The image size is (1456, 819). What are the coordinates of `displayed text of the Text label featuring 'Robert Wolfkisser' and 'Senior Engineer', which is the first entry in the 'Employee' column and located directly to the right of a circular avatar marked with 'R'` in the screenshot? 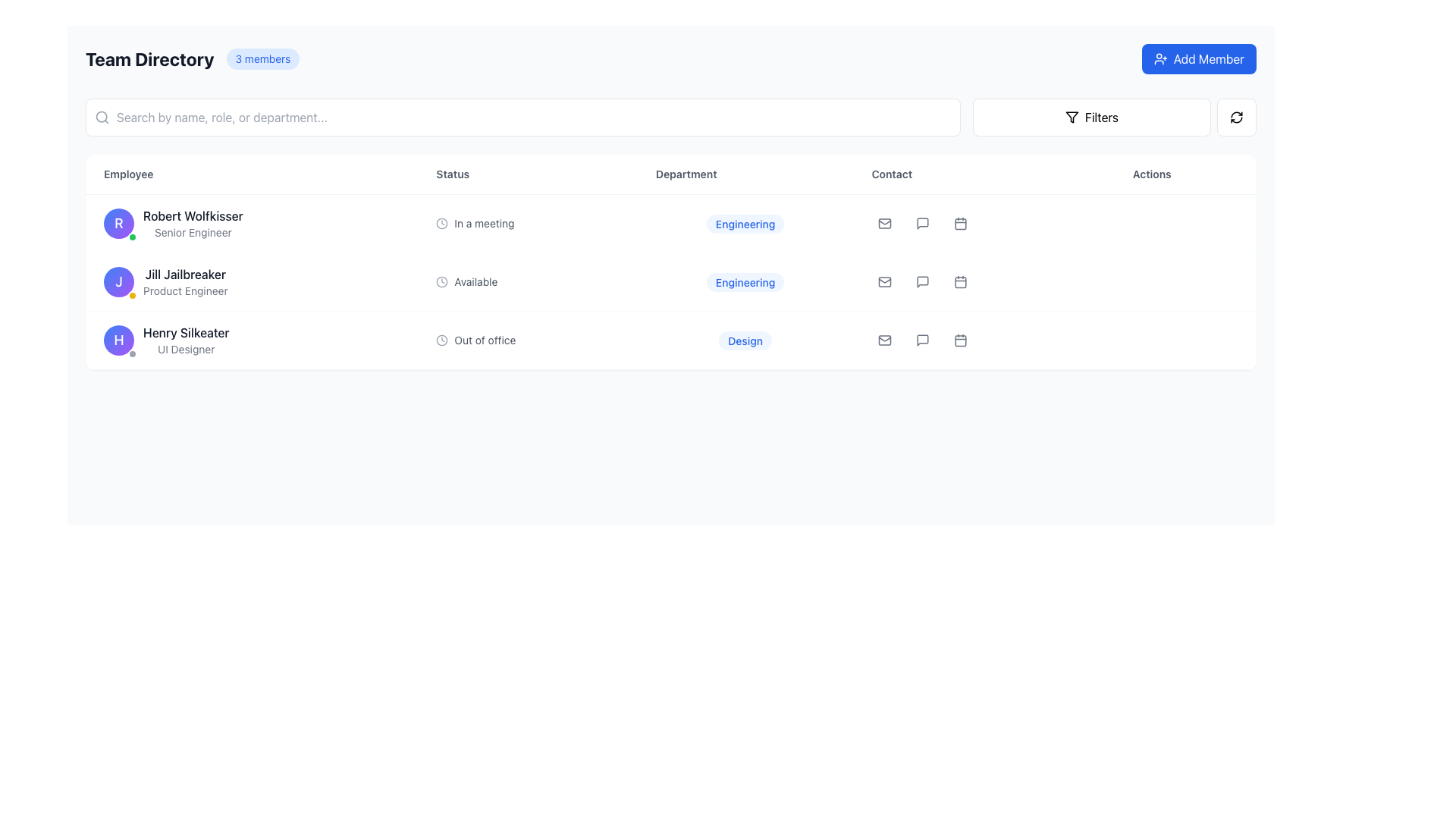 It's located at (192, 223).